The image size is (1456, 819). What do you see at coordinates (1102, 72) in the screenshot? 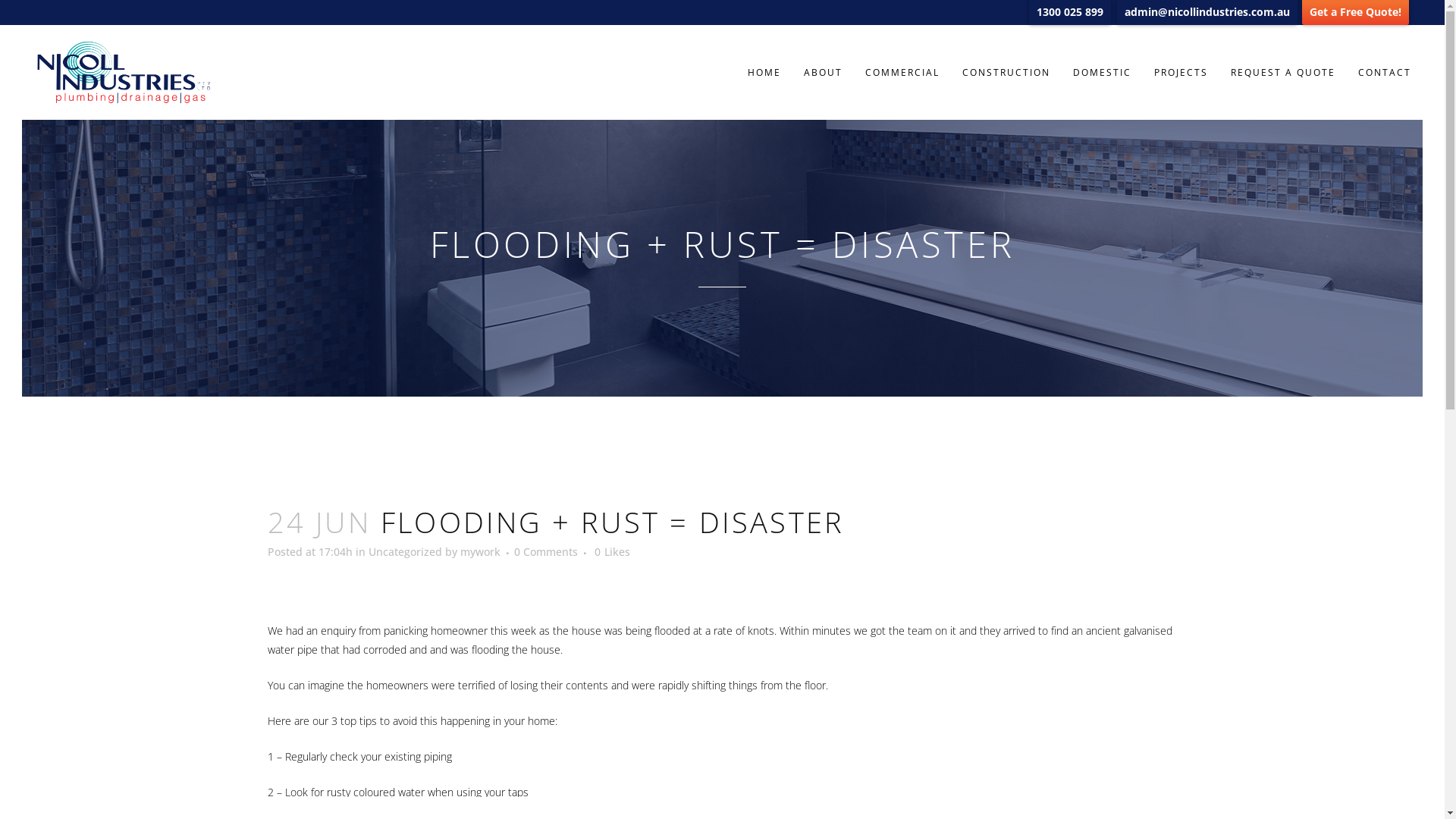
I see `'DOMESTIC'` at bounding box center [1102, 72].